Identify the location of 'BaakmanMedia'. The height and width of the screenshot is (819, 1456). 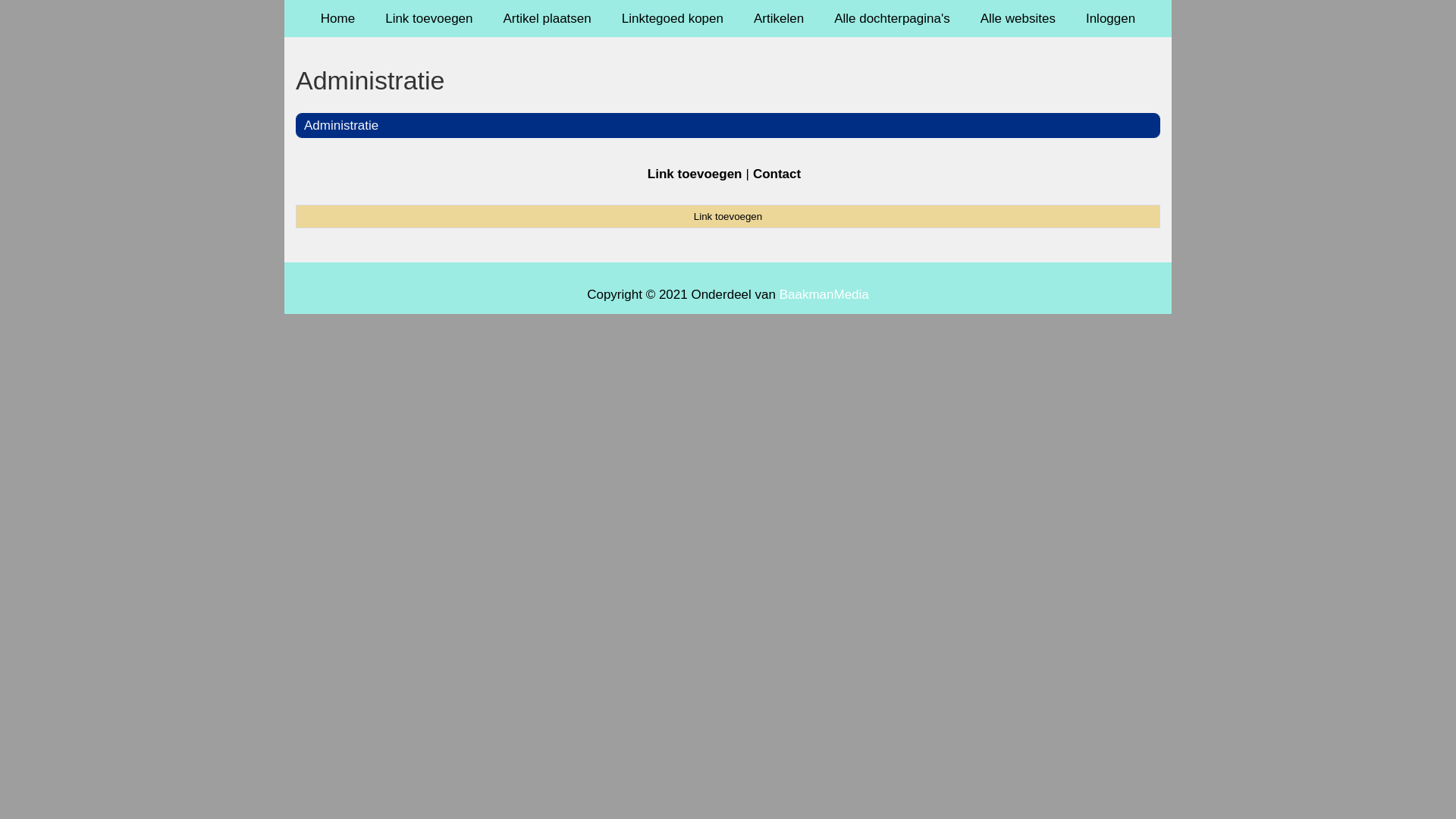
(823, 294).